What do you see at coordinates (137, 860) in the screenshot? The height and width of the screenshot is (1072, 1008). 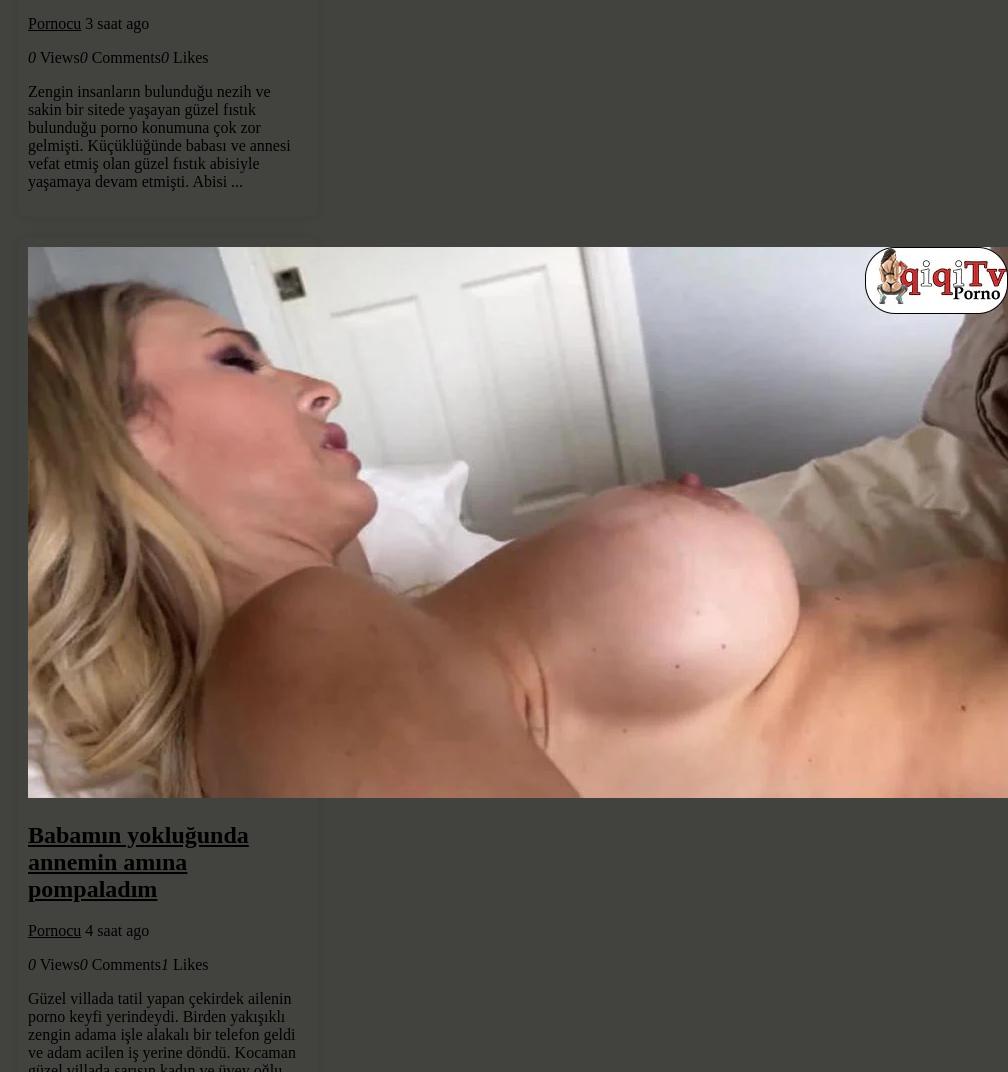 I see `'Babamın yokluğunda annemin amına pompaladım'` at bounding box center [137, 860].